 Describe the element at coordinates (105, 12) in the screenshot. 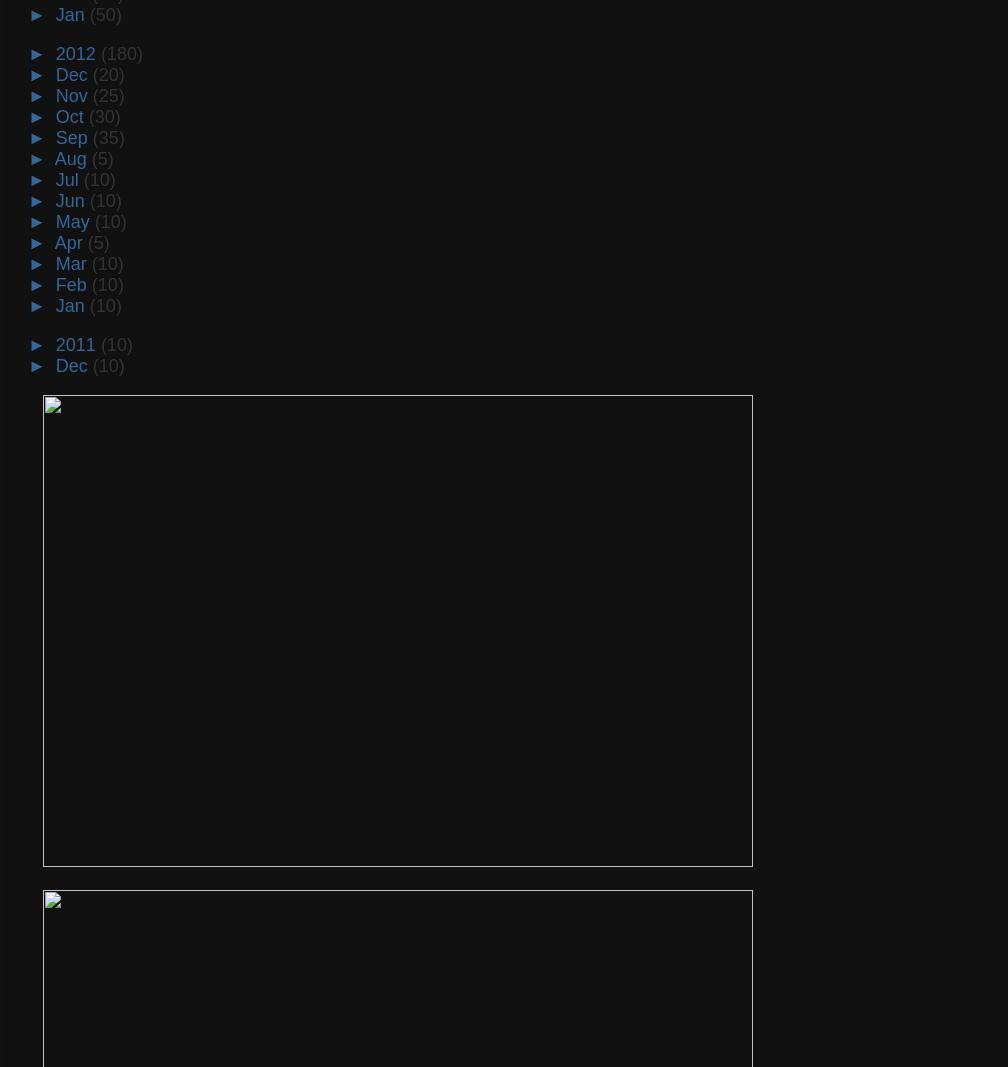

I see `'(50)'` at that location.